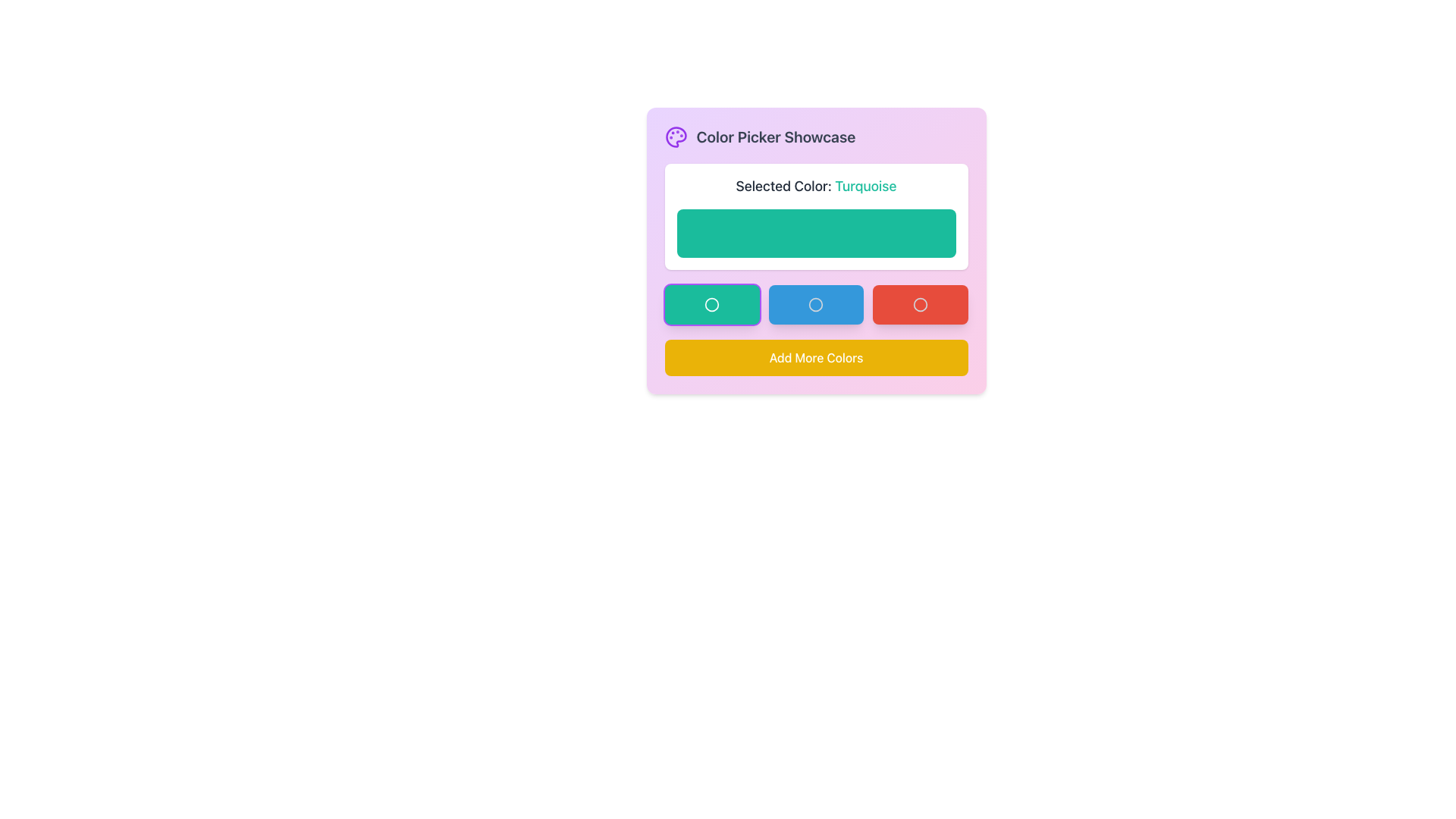 This screenshot has width=1456, height=819. Describe the element at coordinates (815, 304) in the screenshot. I see `the middle button containing a circular icon with a hollow center, styled with a light gray outline against a blue square background, located below the 'Selected Color' section` at that location.